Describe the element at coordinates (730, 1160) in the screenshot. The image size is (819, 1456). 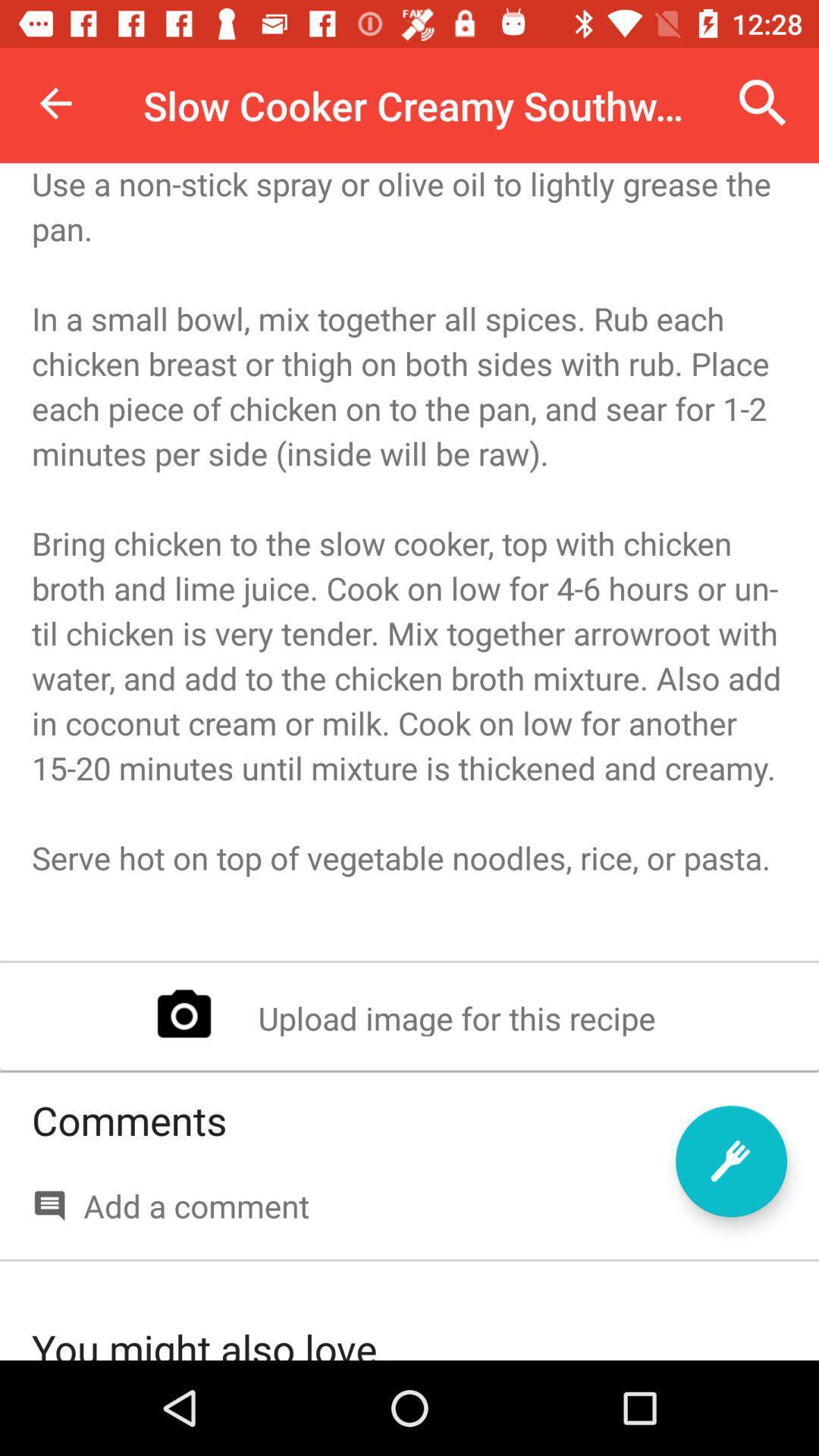
I see `icon at the bottom right corner` at that location.